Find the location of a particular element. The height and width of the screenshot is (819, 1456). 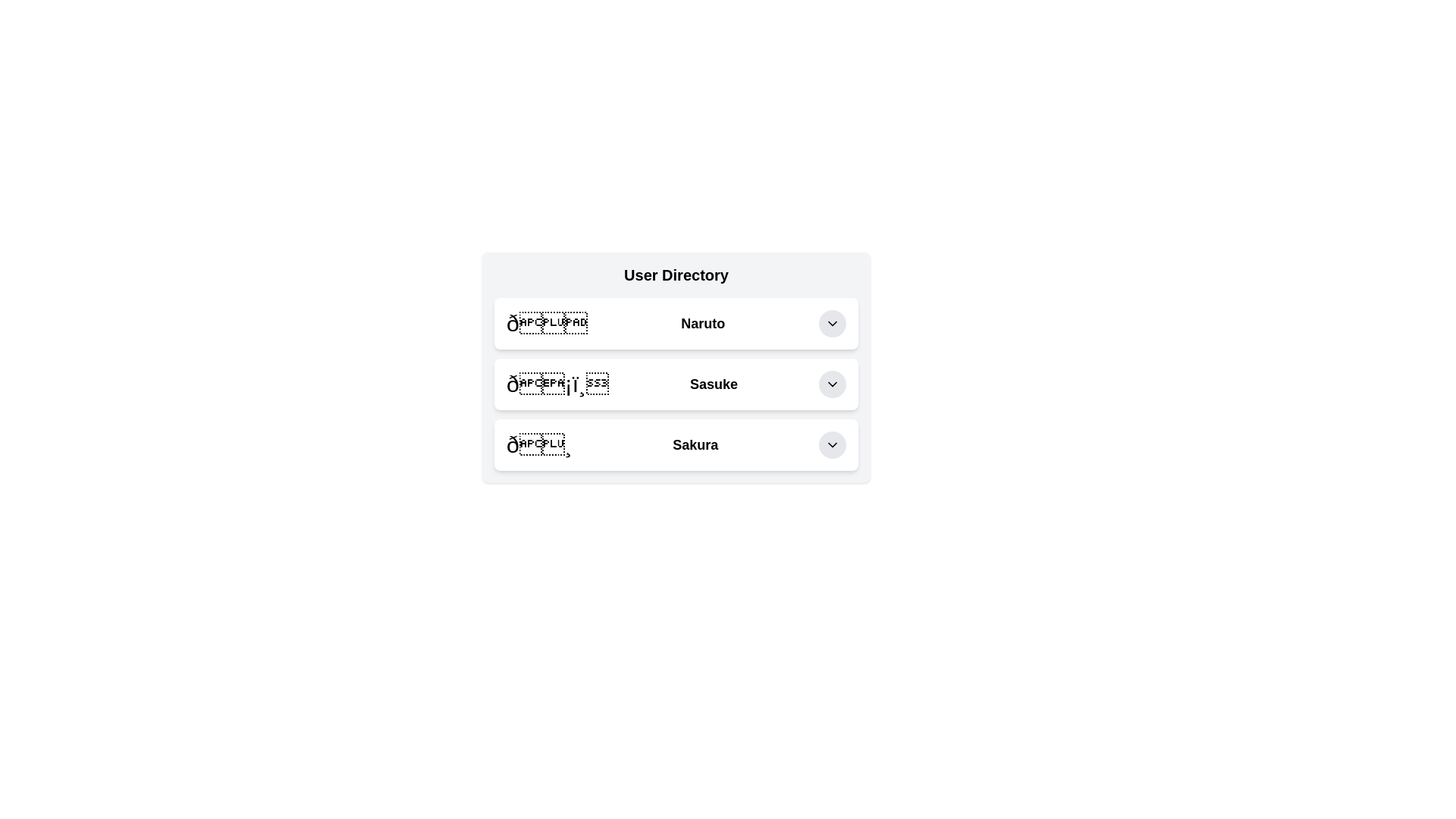

the downwards-pointing chevron arrow icon within the light gray button next to the name 'Naruto' for potential visual feedback is located at coordinates (832, 323).